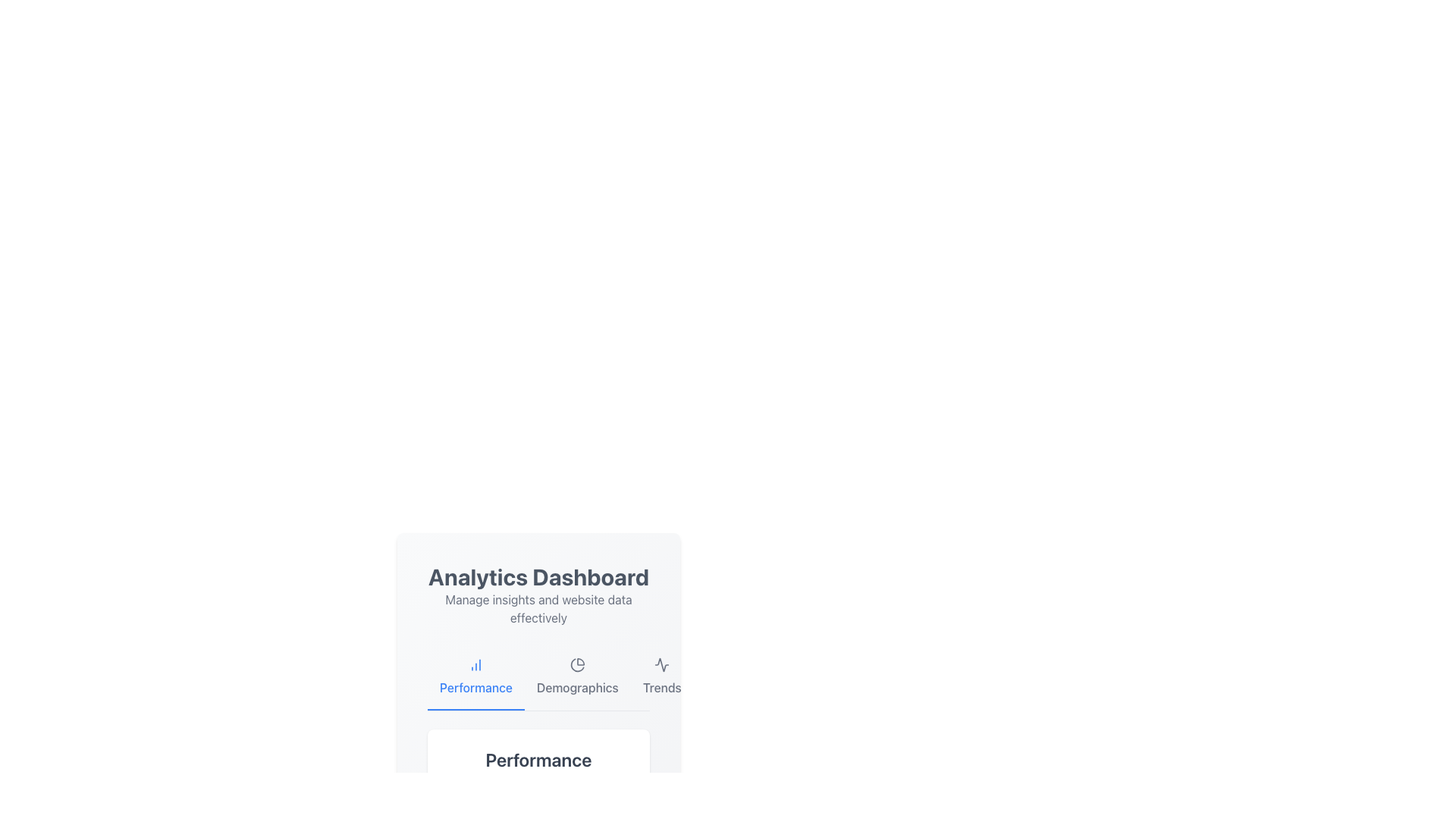 This screenshot has width=1456, height=819. Describe the element at coordinates (576, 664) in the screenshot. I see `the 'Demographics' icon located in the middle of the navbar, positioned between the 'Performance' and 'Trends' icons` at that location.